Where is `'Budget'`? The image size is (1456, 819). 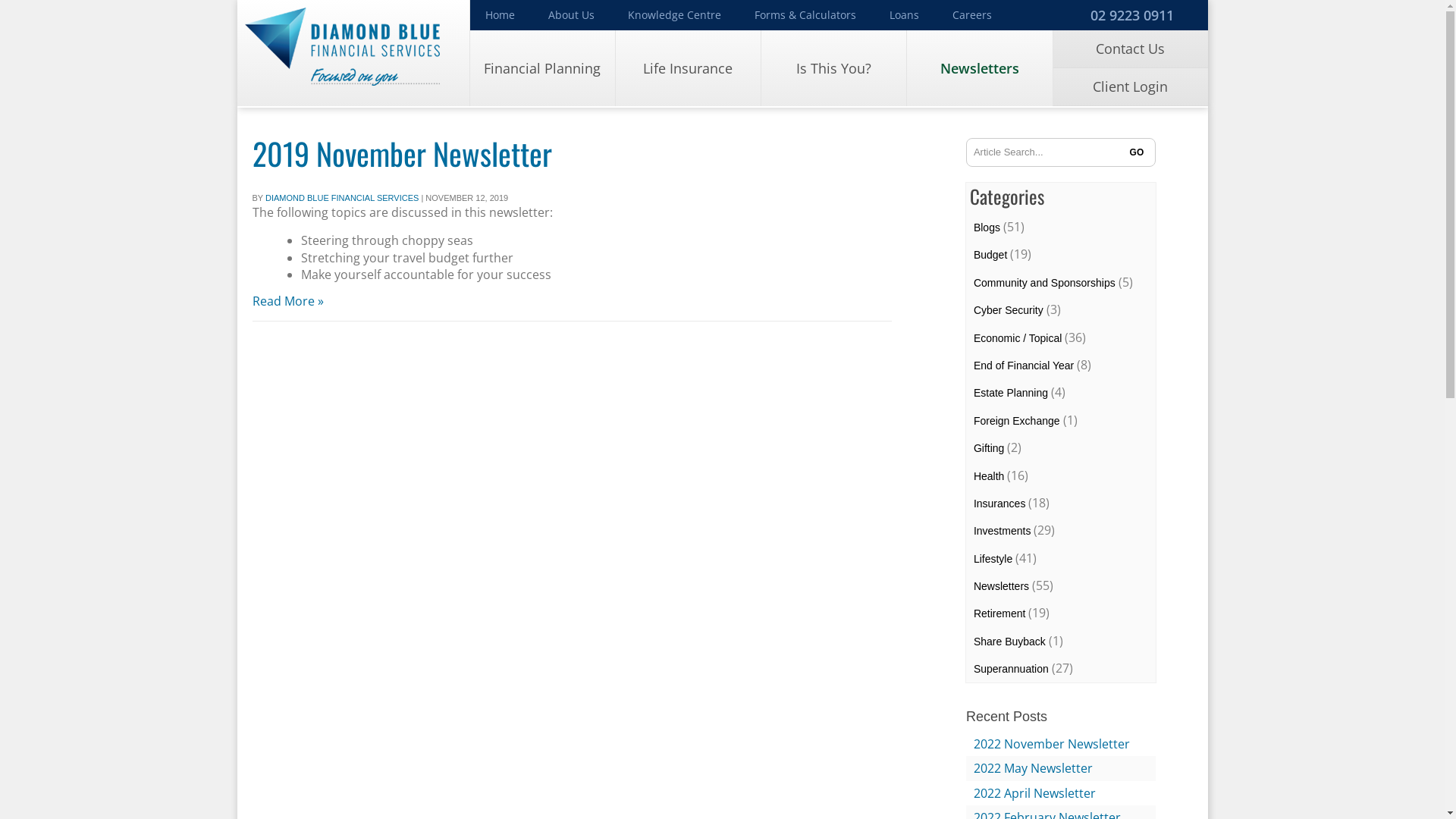
'Budget' is located at coordinates (990, 253).